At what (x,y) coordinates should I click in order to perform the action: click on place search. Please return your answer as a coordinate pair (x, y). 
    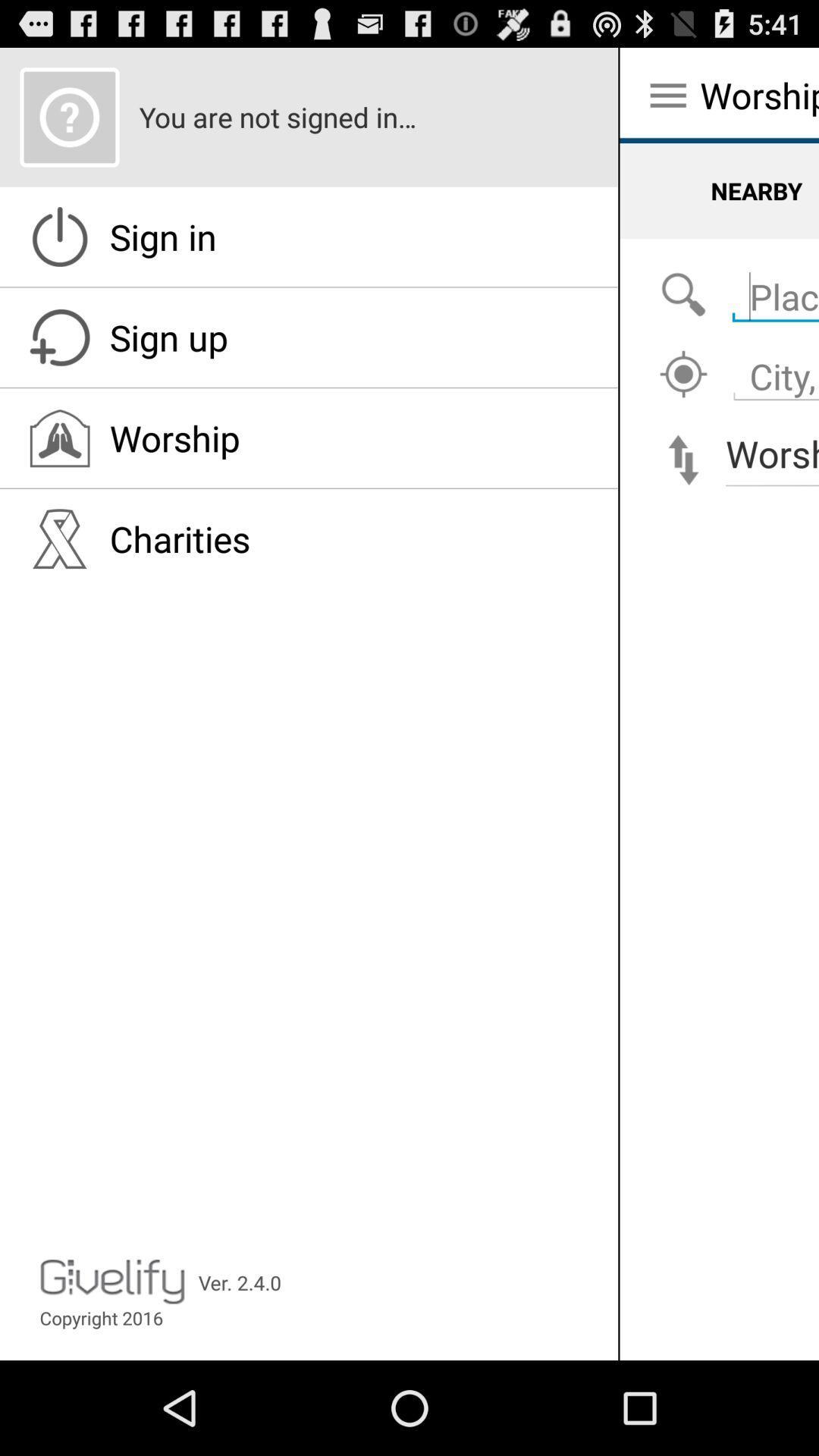
    Looking at the image, I should click on (683, 295).